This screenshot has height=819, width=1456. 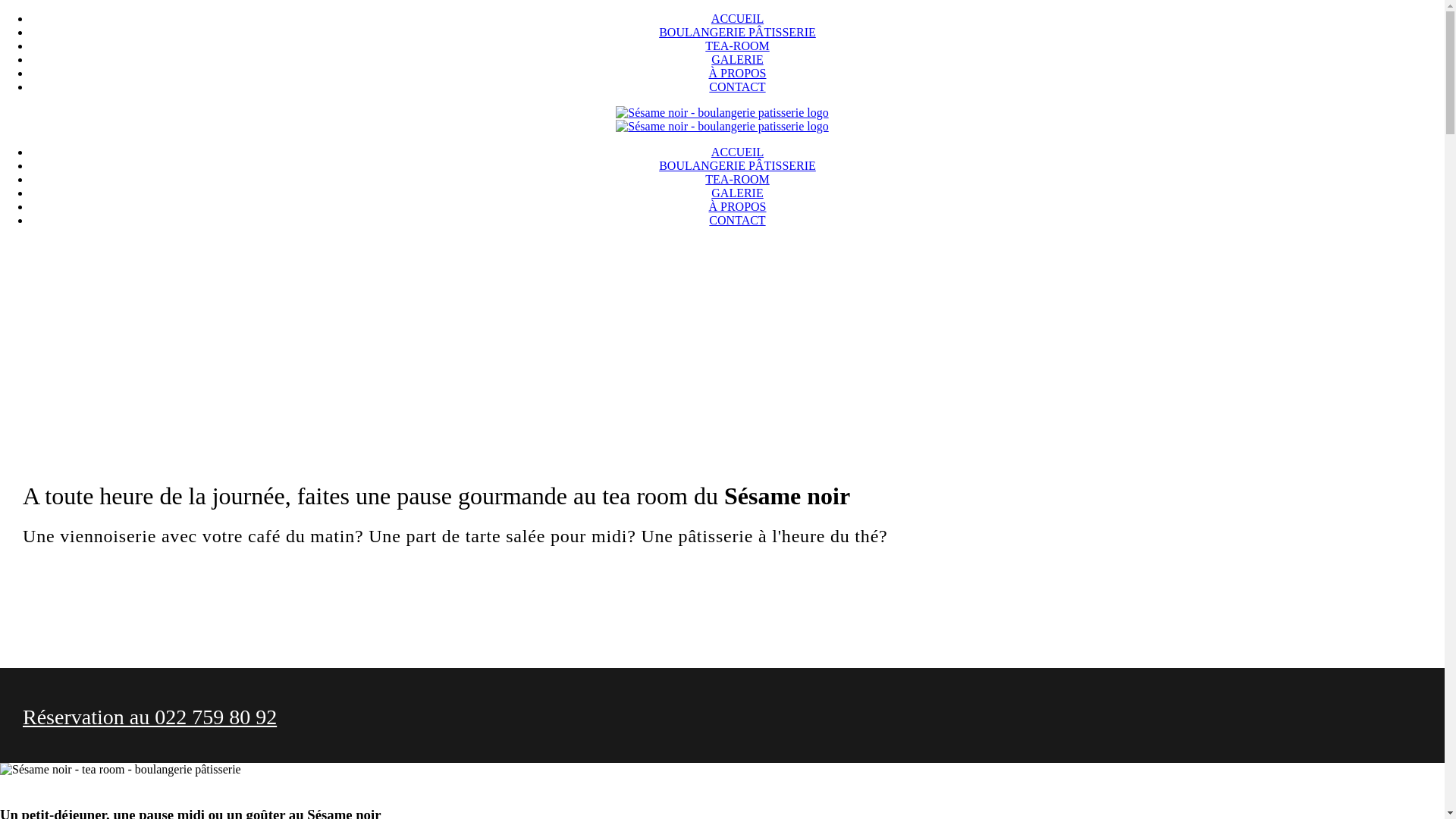 I want to click on 'CONTACT', so click(x=736, y=220).